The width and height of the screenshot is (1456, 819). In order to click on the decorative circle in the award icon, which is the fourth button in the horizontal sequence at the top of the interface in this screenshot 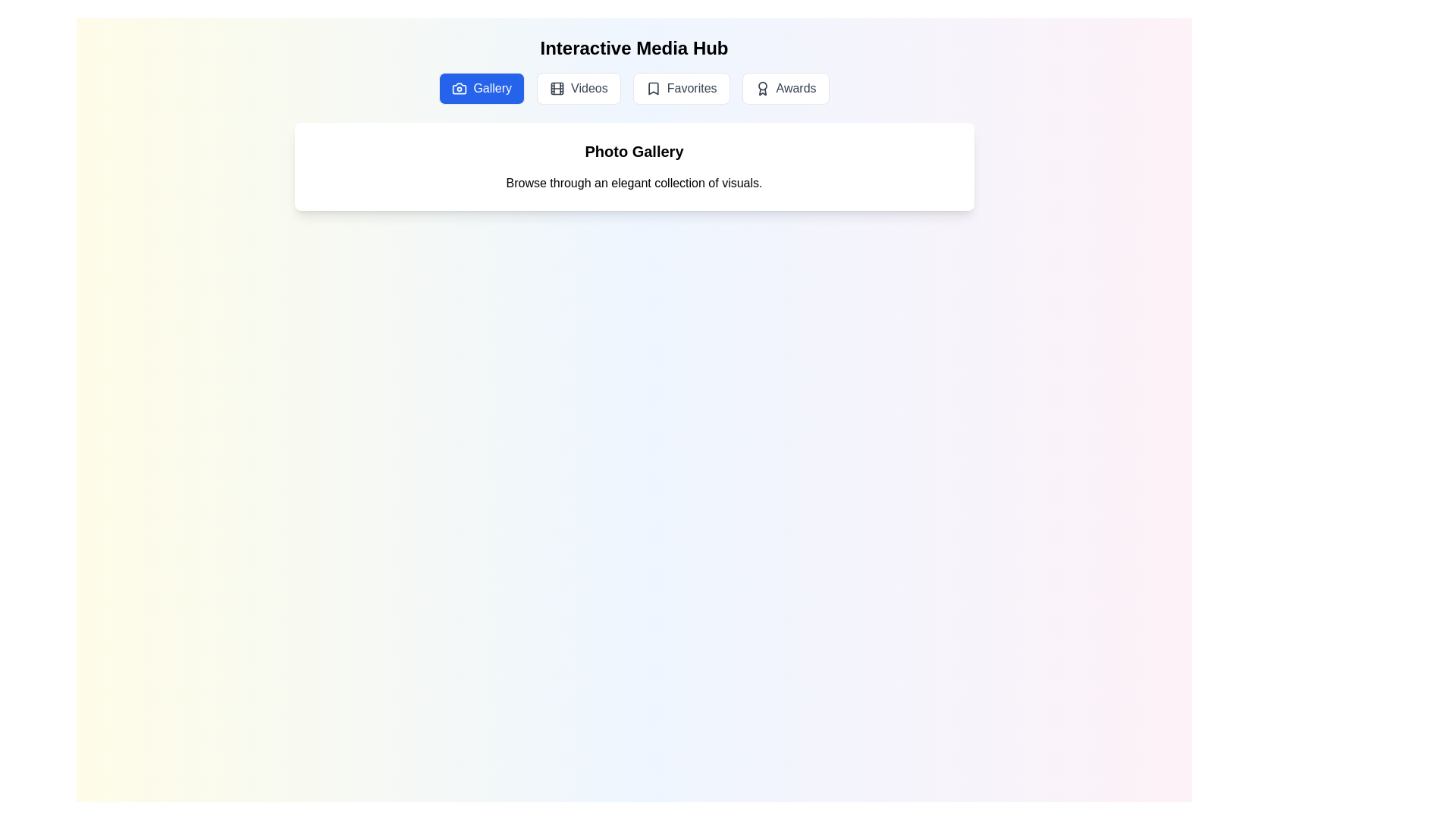, I will do `click(762, 86)`.